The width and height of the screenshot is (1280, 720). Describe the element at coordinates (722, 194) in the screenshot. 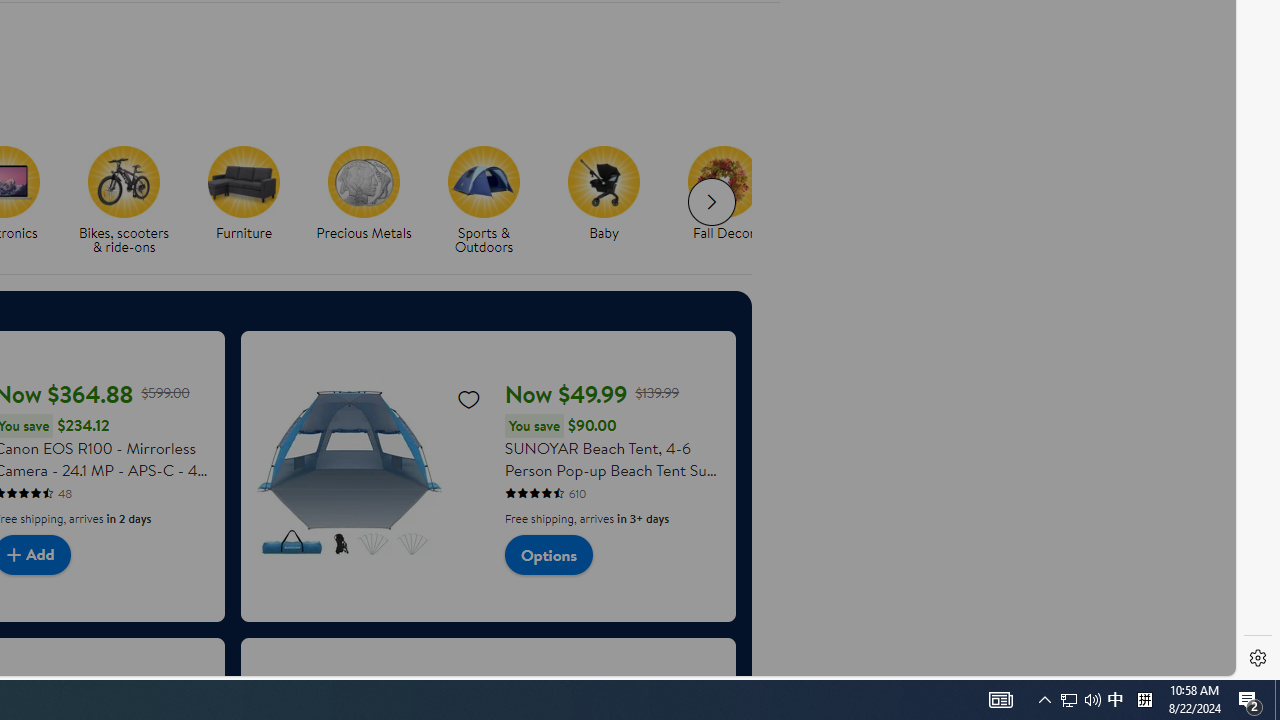

I see `'Fall Decor Fall Decor'` at that location.